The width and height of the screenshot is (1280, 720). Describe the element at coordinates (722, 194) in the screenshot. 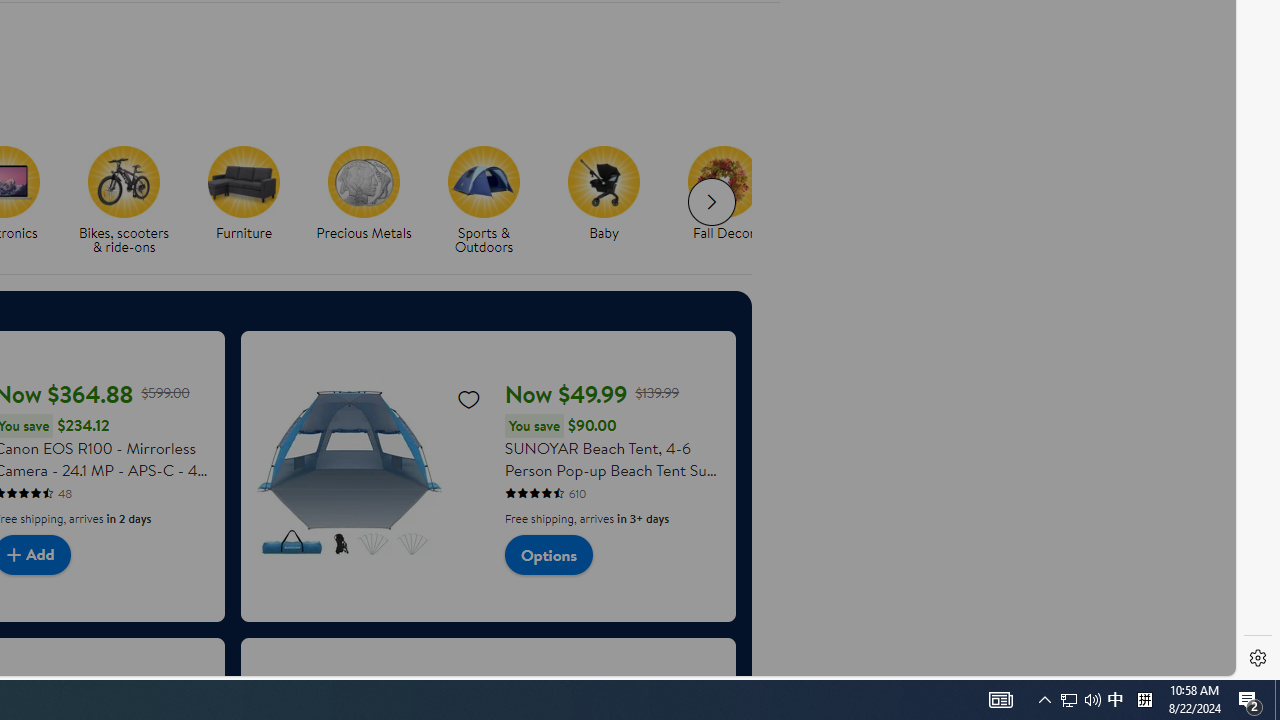

I see `'Fall Decor Fall Decor'` at that location.